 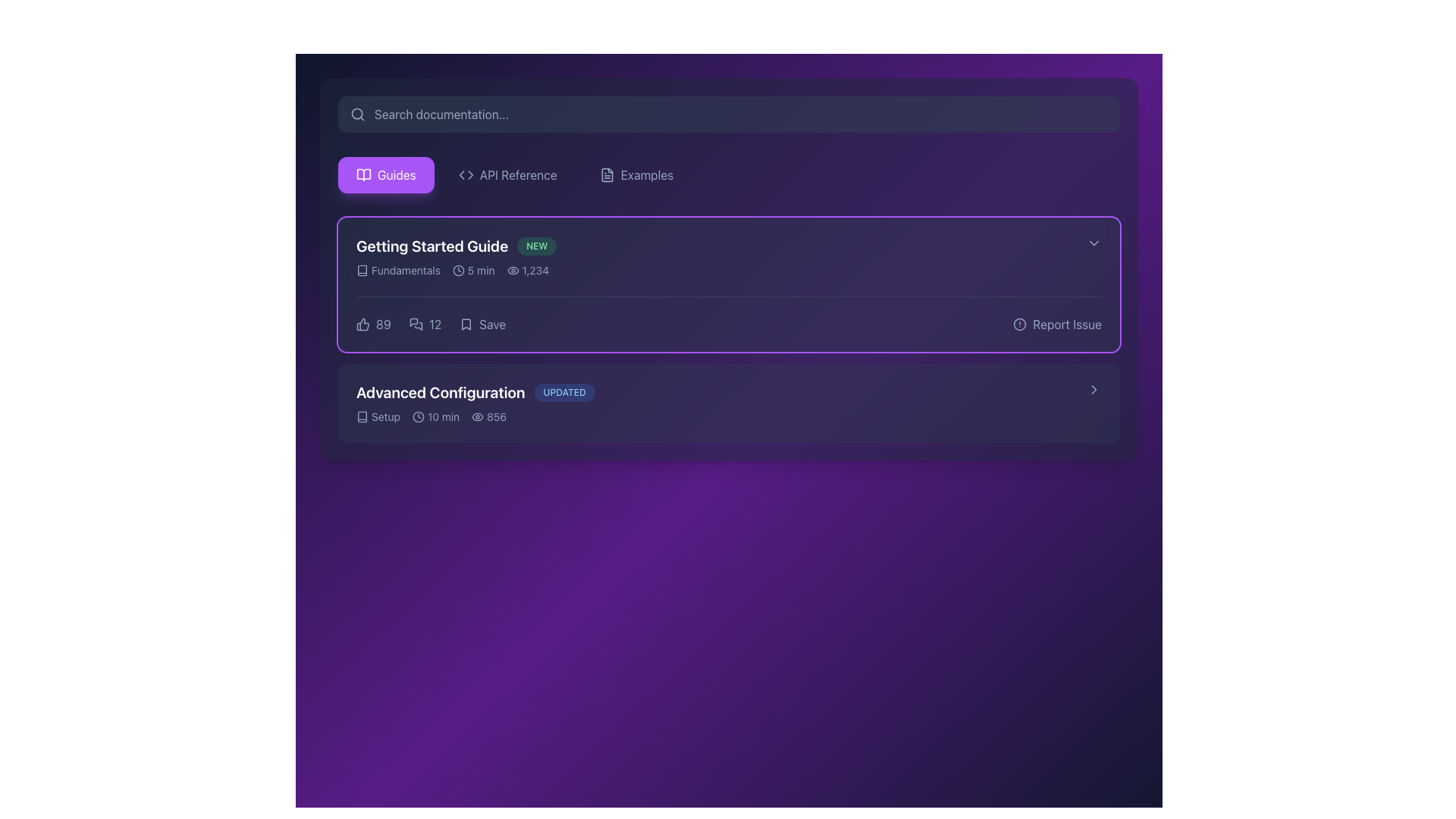 What do you see at coordinates (362, 417) in the screenshot?
I see `the icon that represents the 'Setup' section, which is positioned on the left side of the text label in a horizontal arrangement` at bounding box center [362, 417].